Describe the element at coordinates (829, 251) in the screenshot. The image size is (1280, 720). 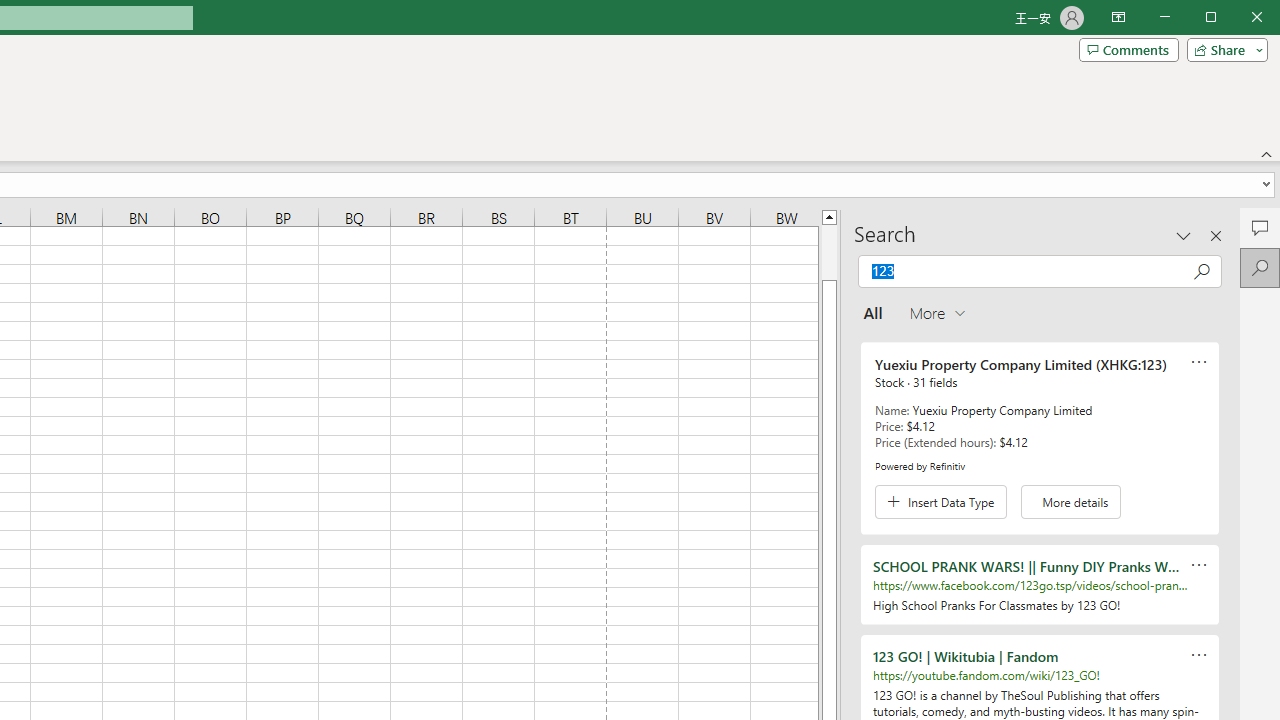
I see `'Page up'` at that location.